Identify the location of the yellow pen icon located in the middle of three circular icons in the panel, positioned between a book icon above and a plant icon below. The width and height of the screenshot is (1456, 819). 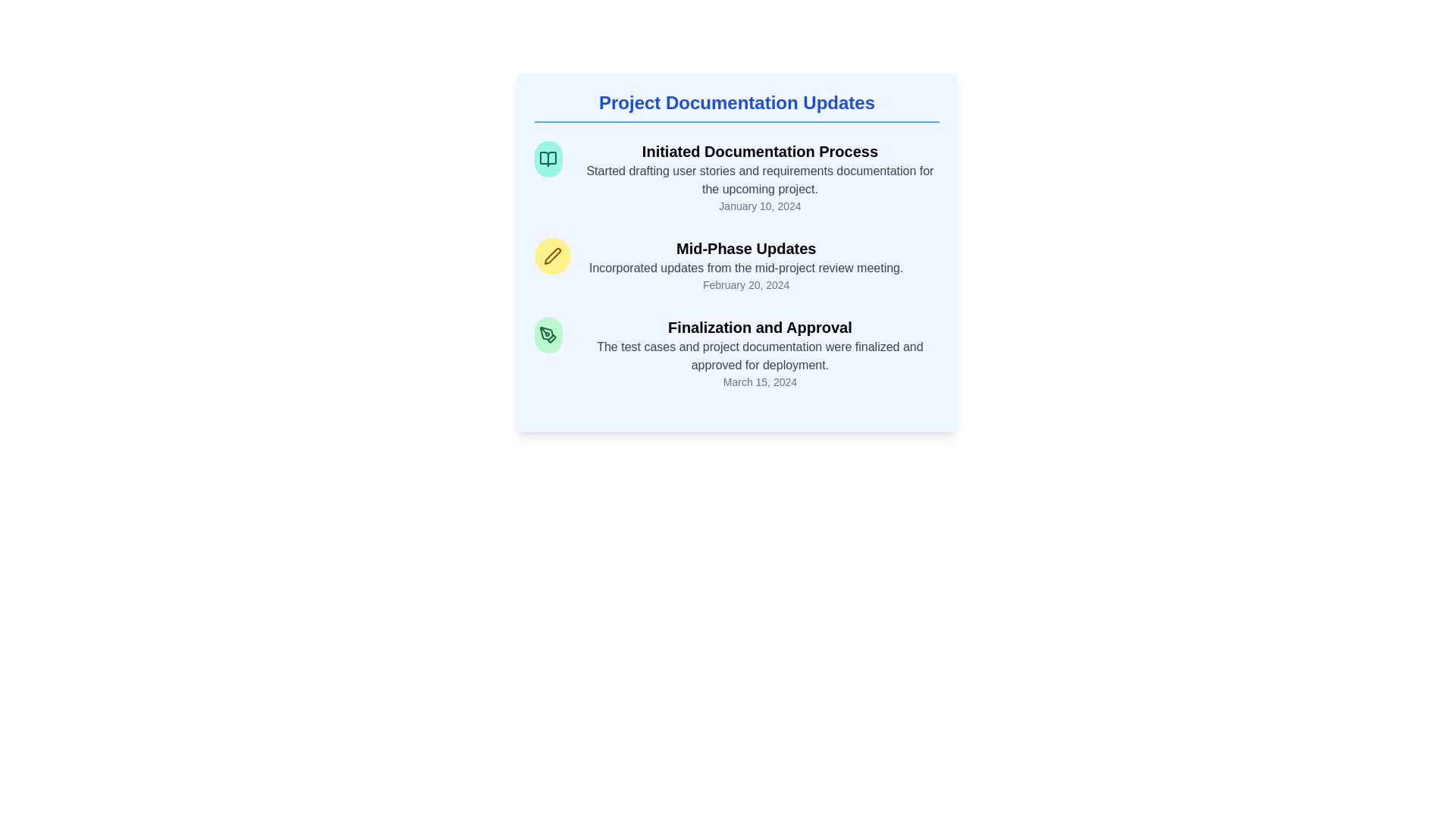
(552, 256).